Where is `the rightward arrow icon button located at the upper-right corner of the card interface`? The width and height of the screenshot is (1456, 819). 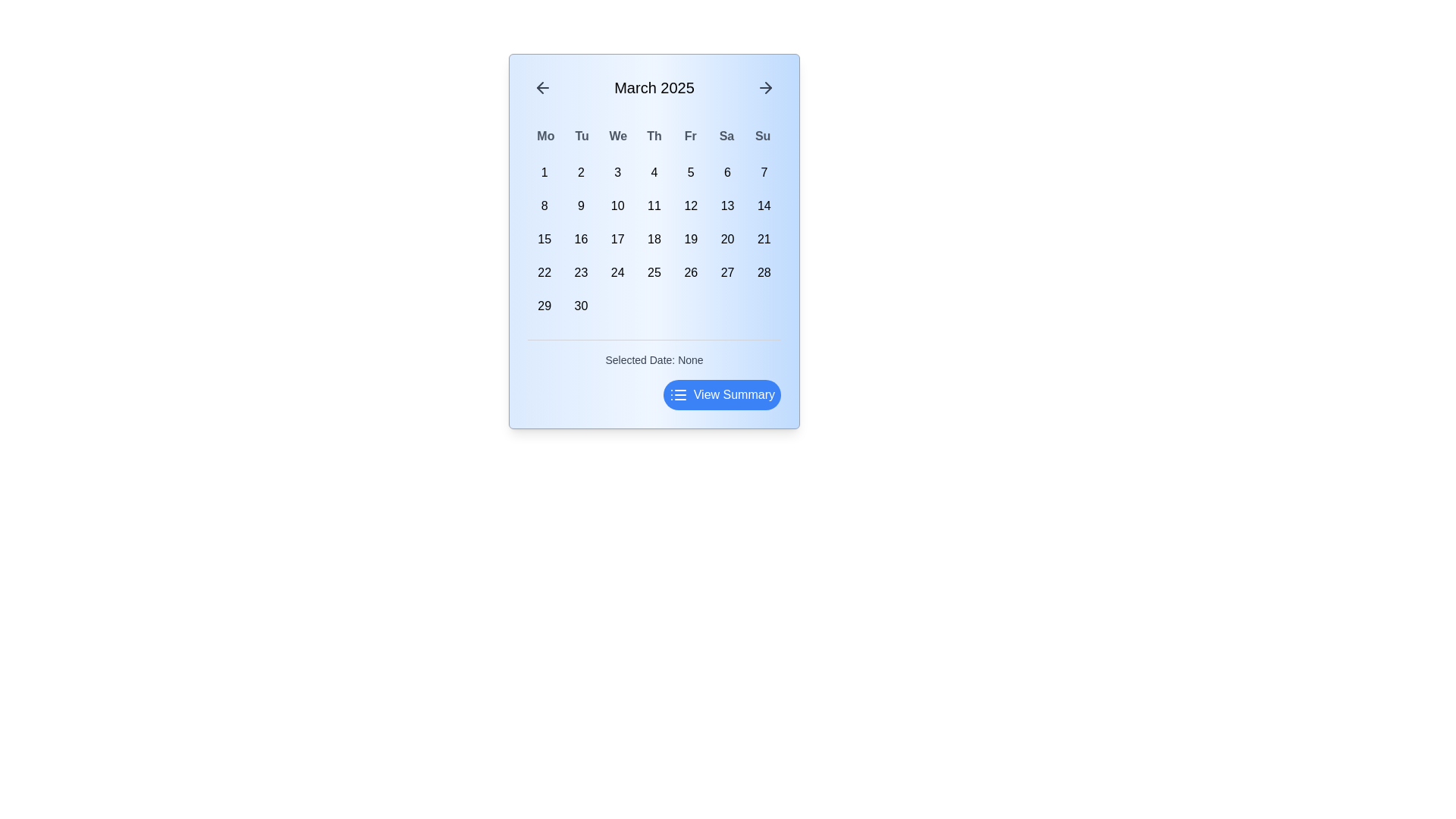
the rightward arrow icon button located at the upper-right corner of the card interface is located at coordinates (765, 87).